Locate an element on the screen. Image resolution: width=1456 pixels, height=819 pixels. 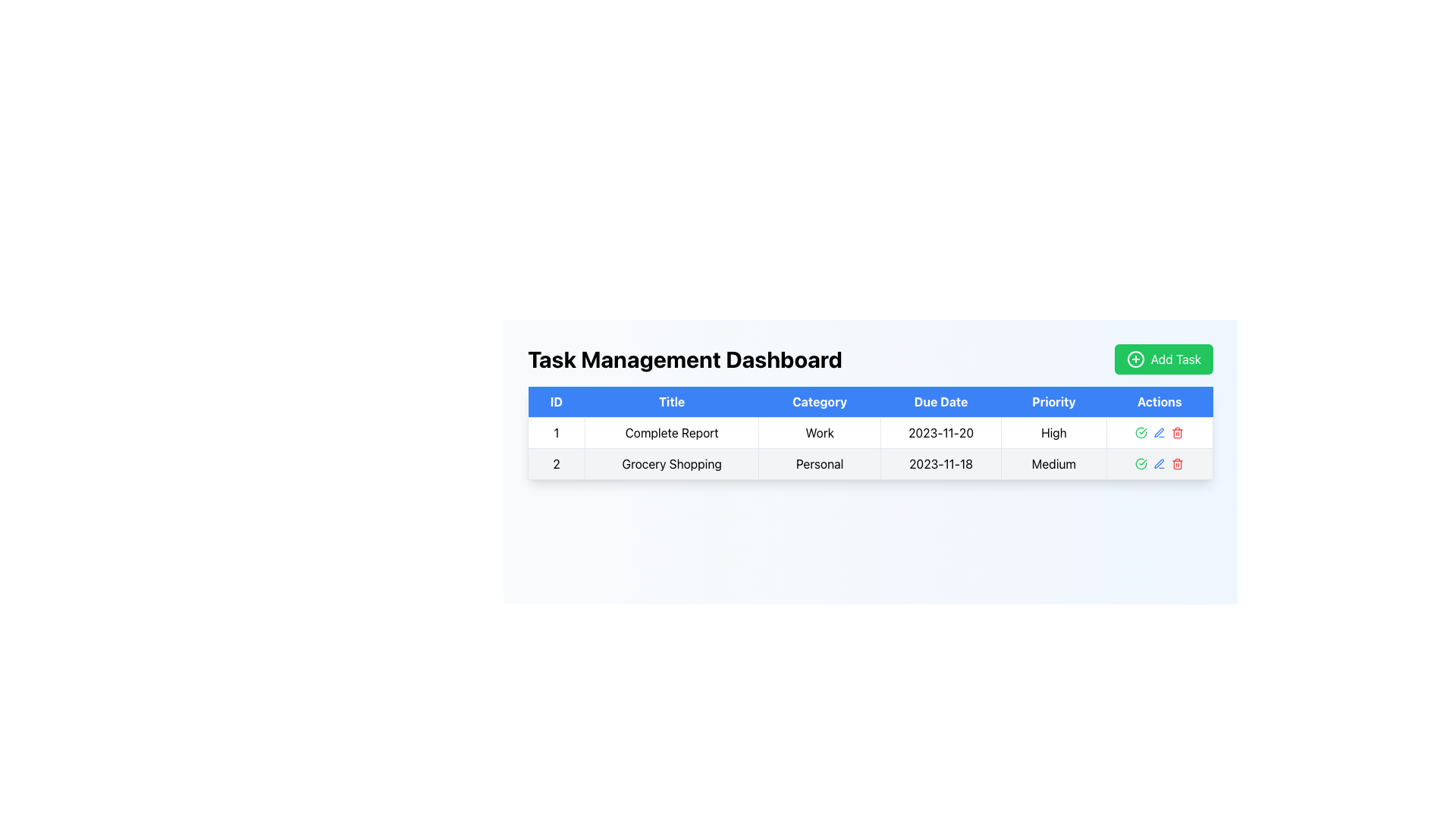
the circular SVG element located at the center of the 'Add Task' button in the top-right corner of the task management dashboard is located at coordinates (1135, 359).